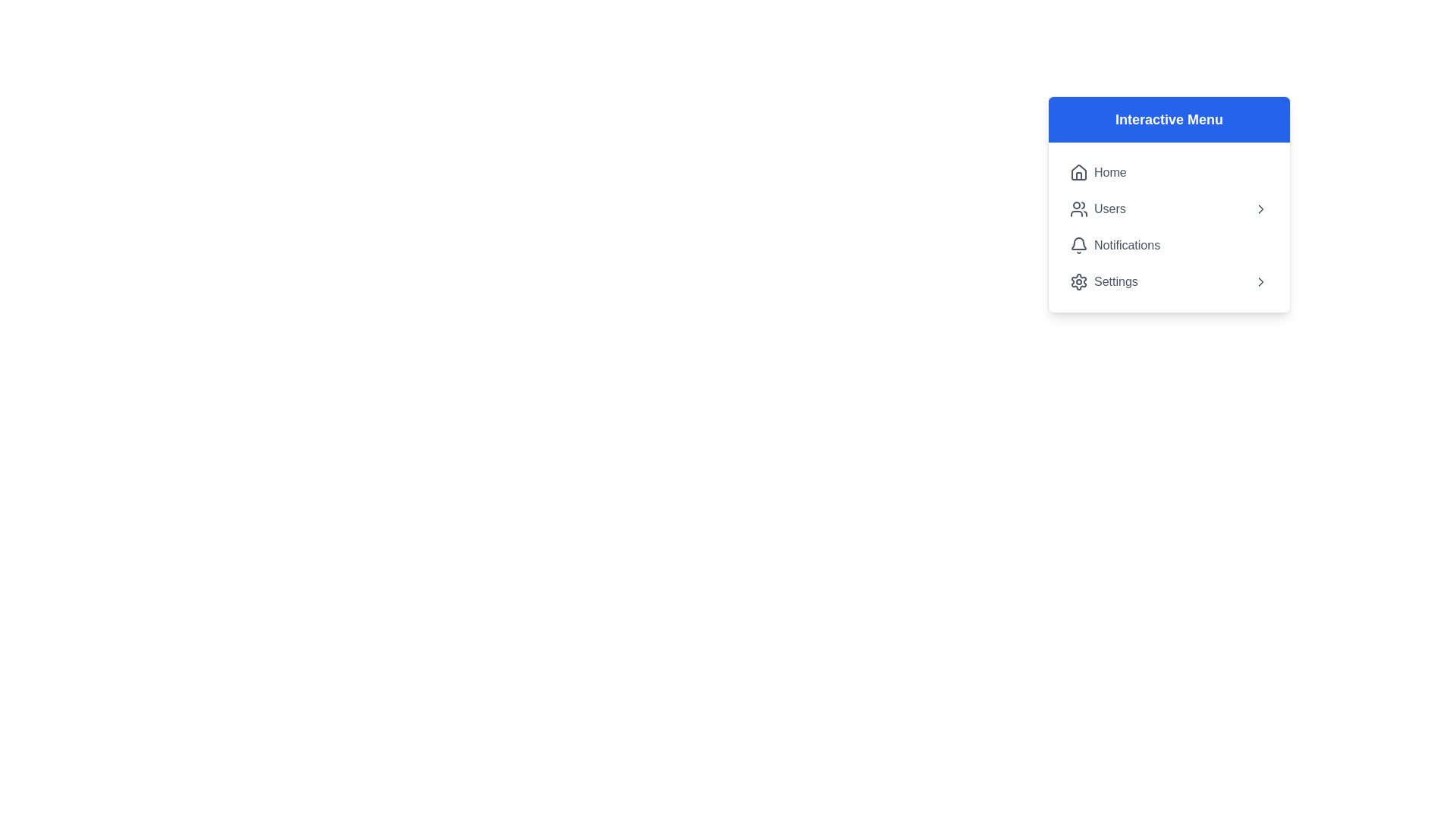  I want to click on the 'Users' navigation item in the menu, which is the second item following 'Home' and preceding 'Notifications', so click(1168, 209).